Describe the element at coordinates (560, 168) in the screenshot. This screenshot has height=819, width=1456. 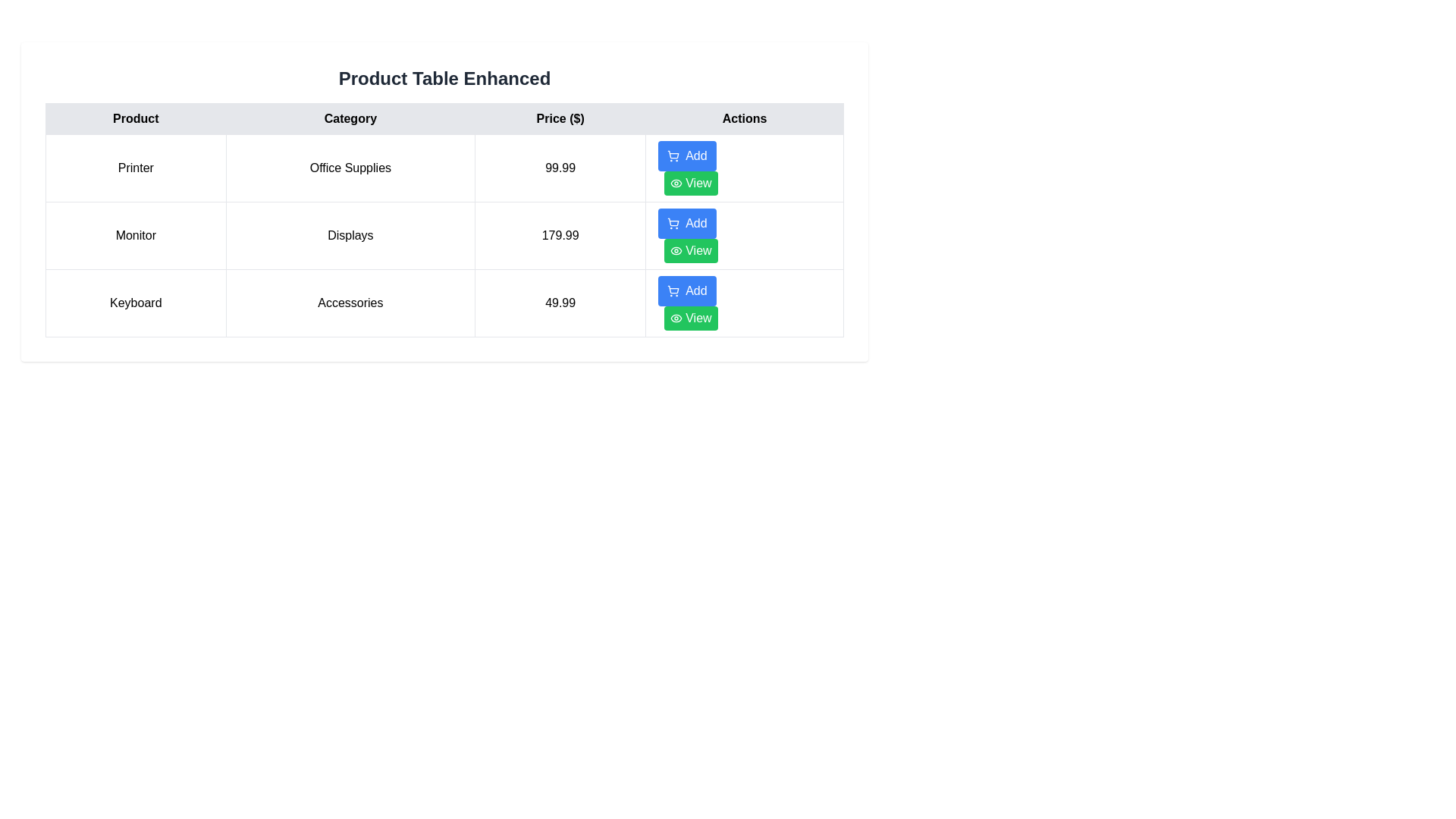
I see `the static text label displaying the price of the product 'Printer' located in the third column of the first row under the 'Price ($)' column` at that location.